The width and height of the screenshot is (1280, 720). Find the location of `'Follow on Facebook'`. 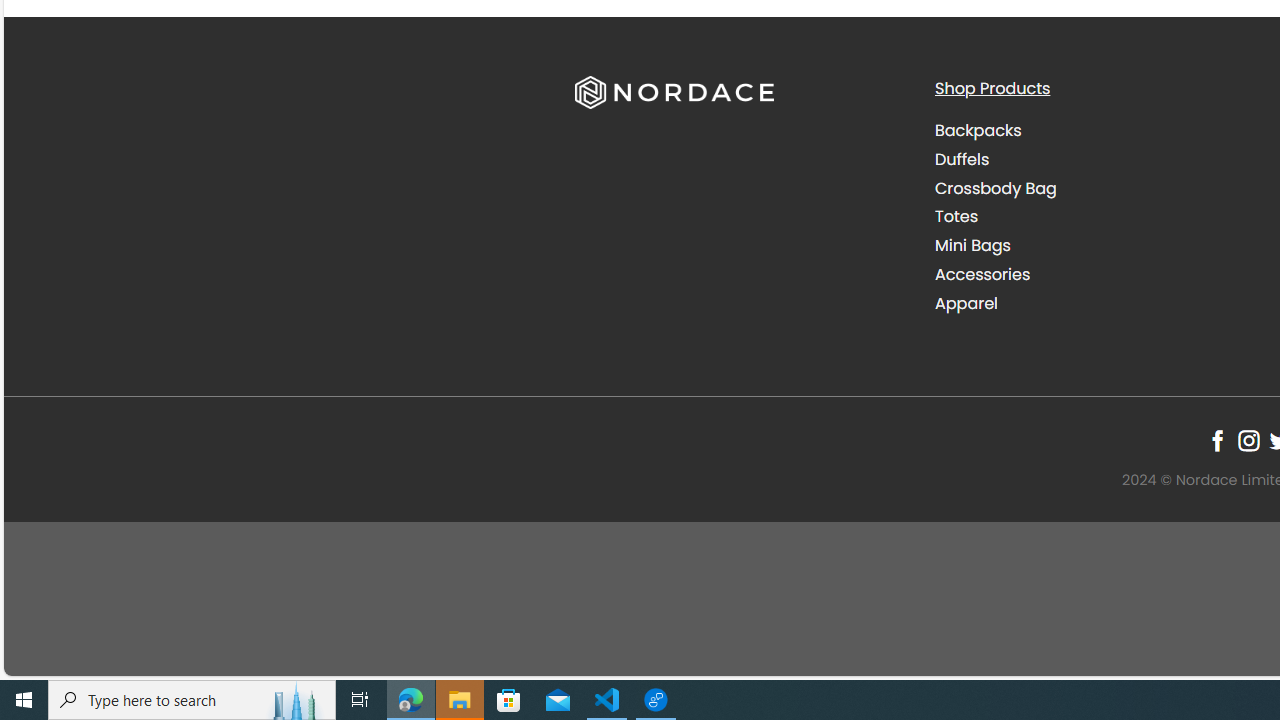

'Follow on Facebook' is located at coordinates (1216, 440).